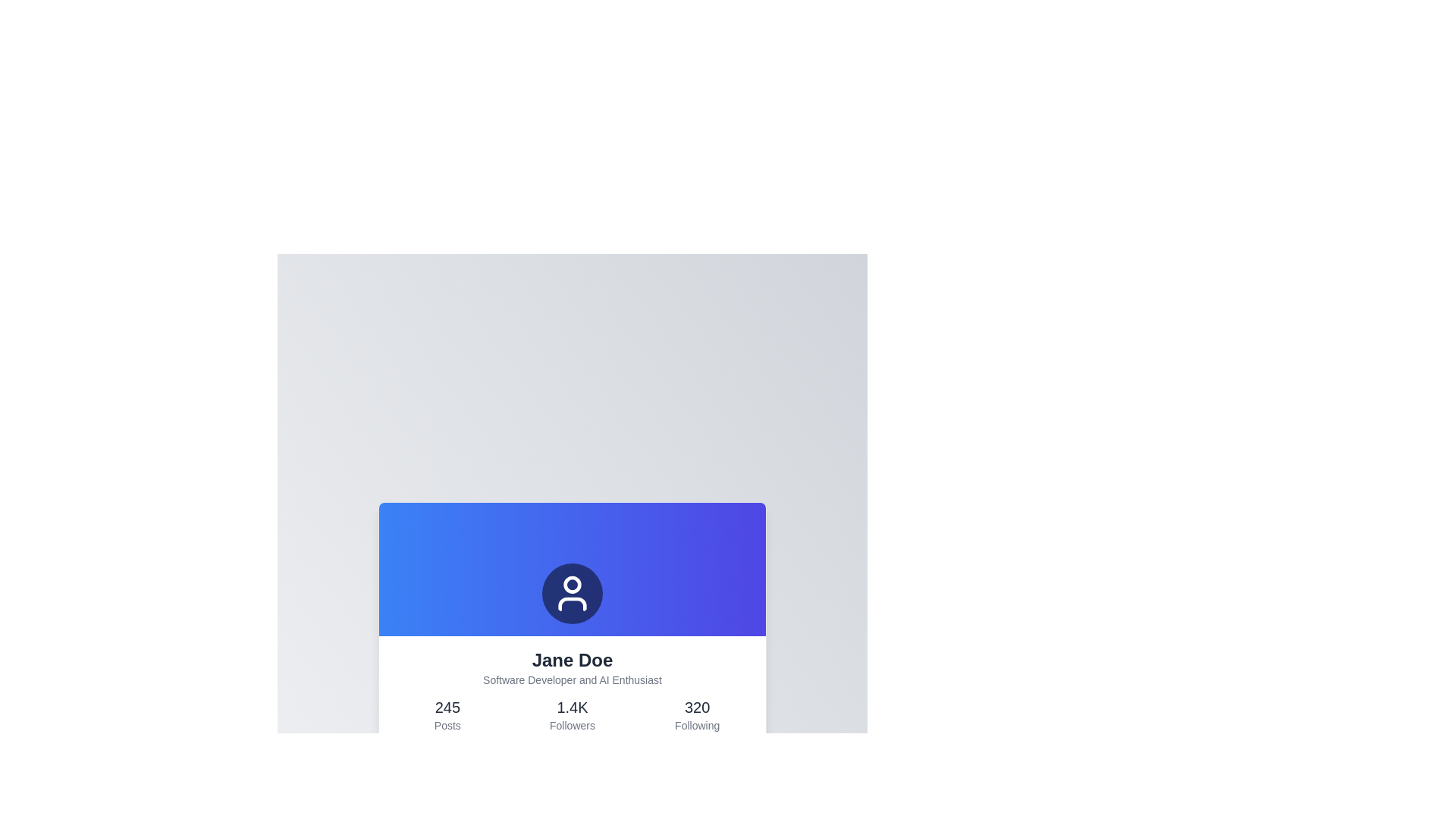 The height and width of the screenshot is (819, 1456). What do you see at coordinates (447, 724) in the screenshot?
I see `the text label displaying 'Posts' in a small gray font, located below the number '245' in the lower-left section of a profile card` at bounding box center [447, 724].